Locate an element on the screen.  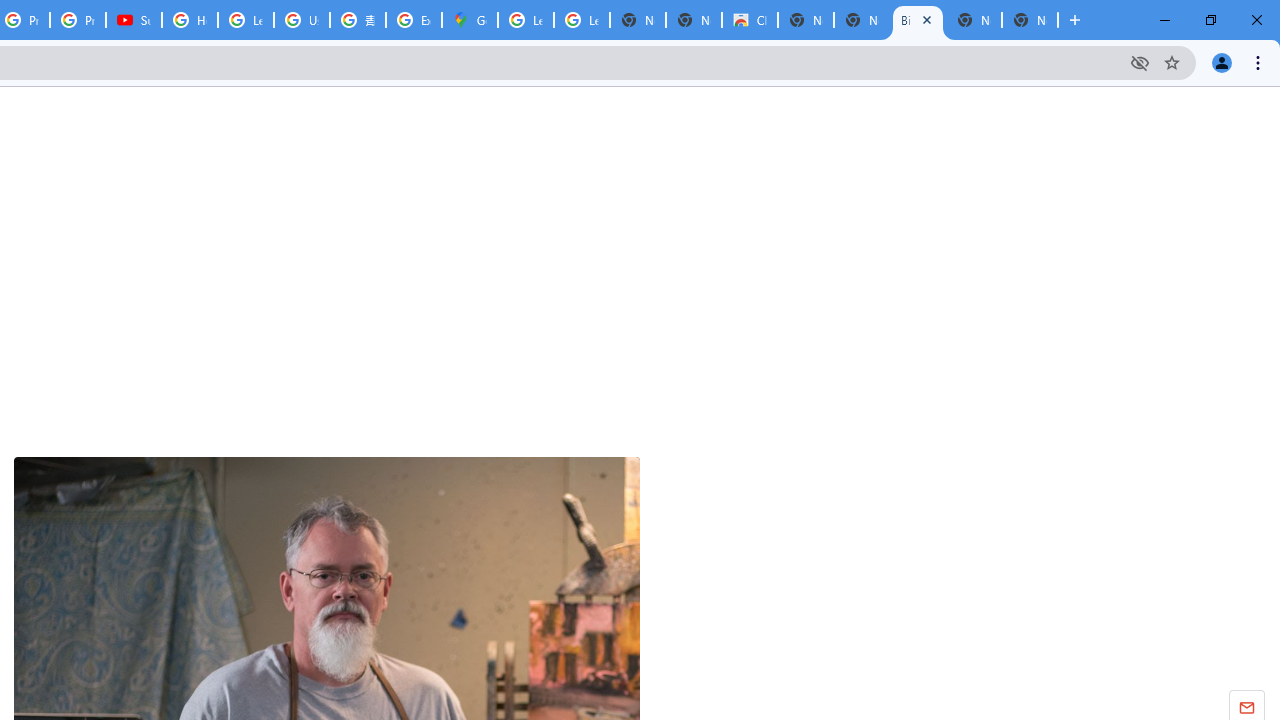
'New Tab' is located at coordinates (1030, 20).